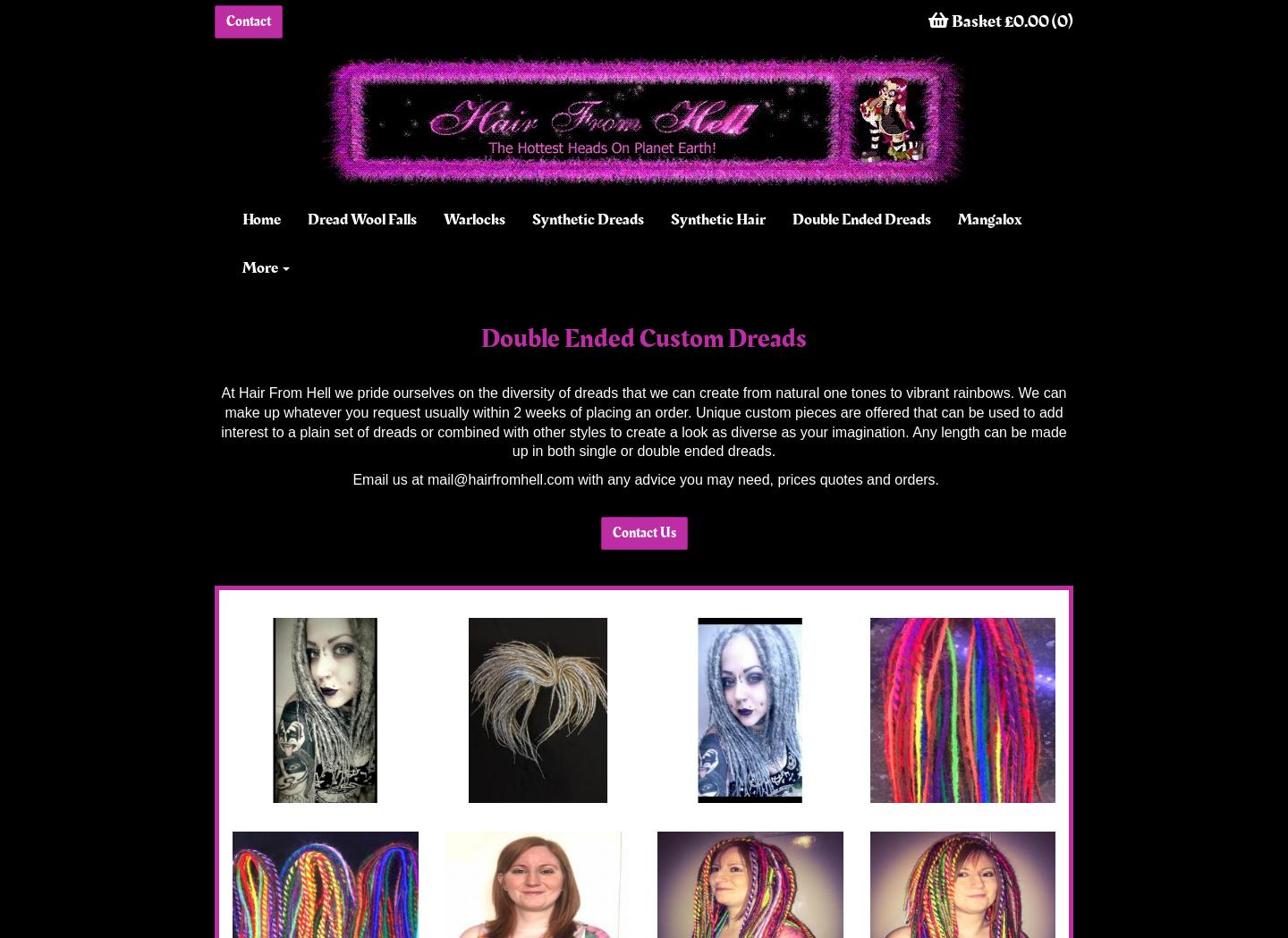 Image resolution: width=1288 pixels, height=938 pixels. I want to click on 'More', so click(260, 267).